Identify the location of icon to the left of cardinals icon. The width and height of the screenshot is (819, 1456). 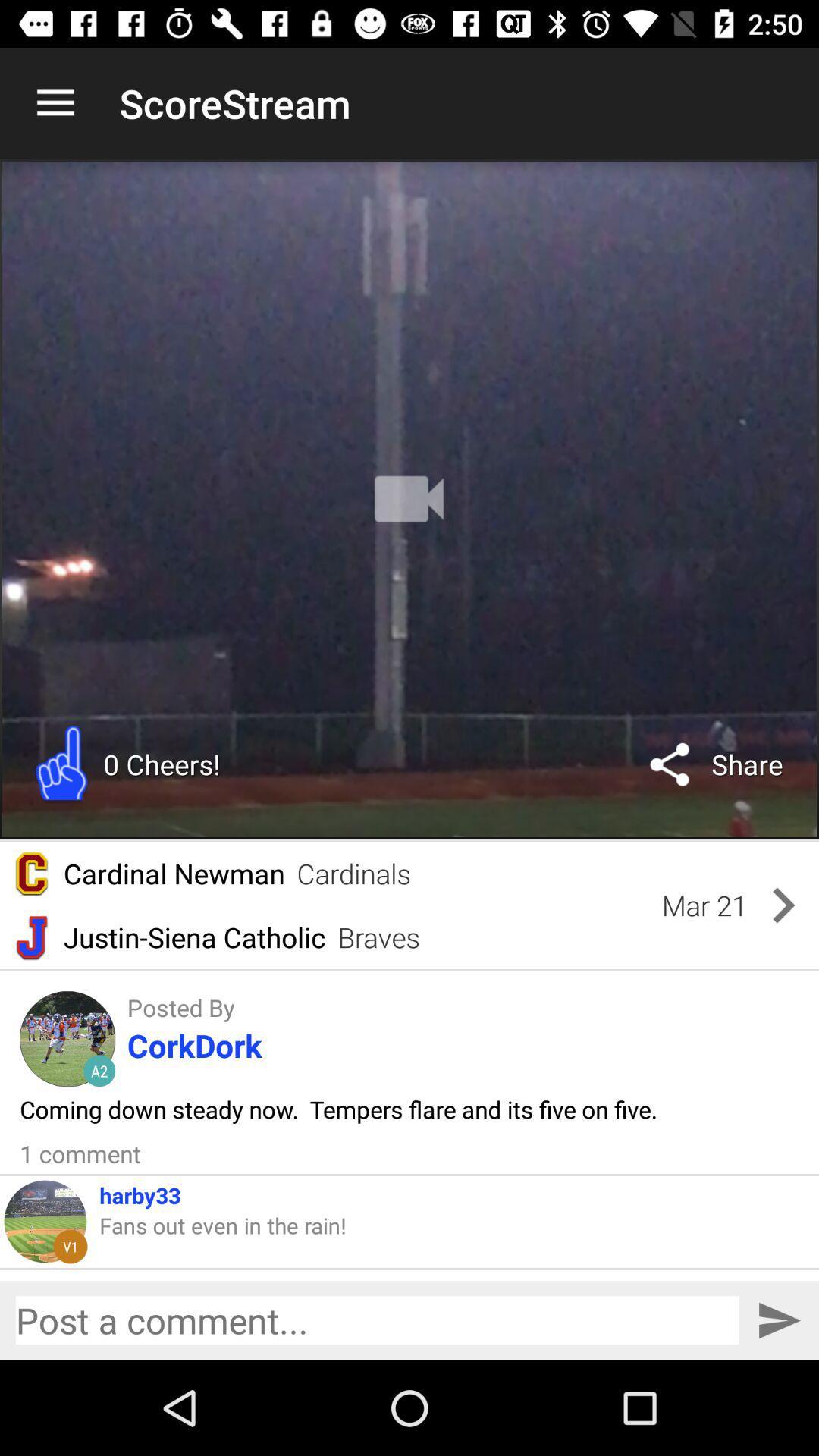
(173, 874).